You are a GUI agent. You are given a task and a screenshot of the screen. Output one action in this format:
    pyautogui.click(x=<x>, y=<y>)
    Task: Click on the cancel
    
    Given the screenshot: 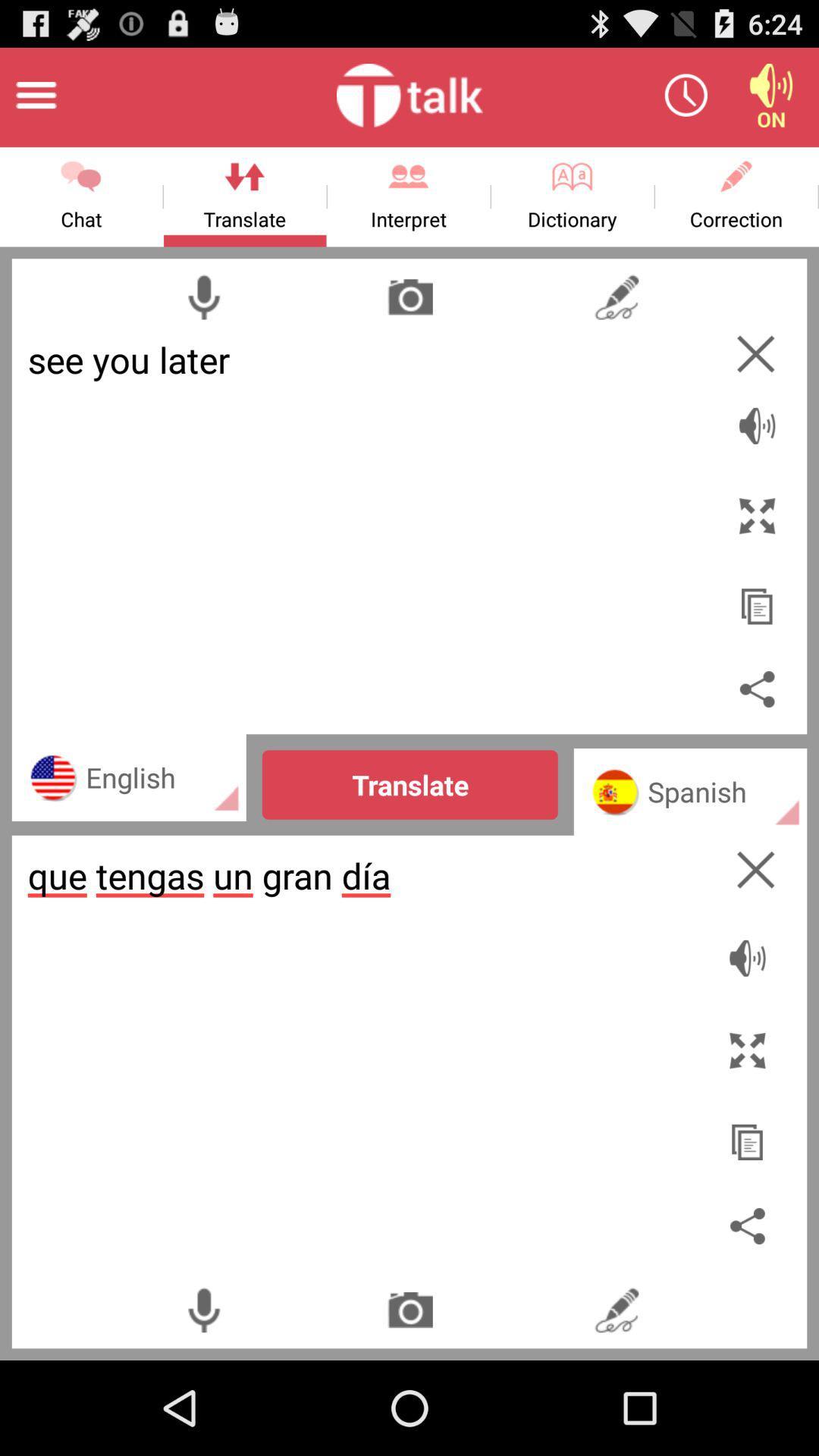 What is the action you would take?
    pyautogui.click(x=755, y=353)
    